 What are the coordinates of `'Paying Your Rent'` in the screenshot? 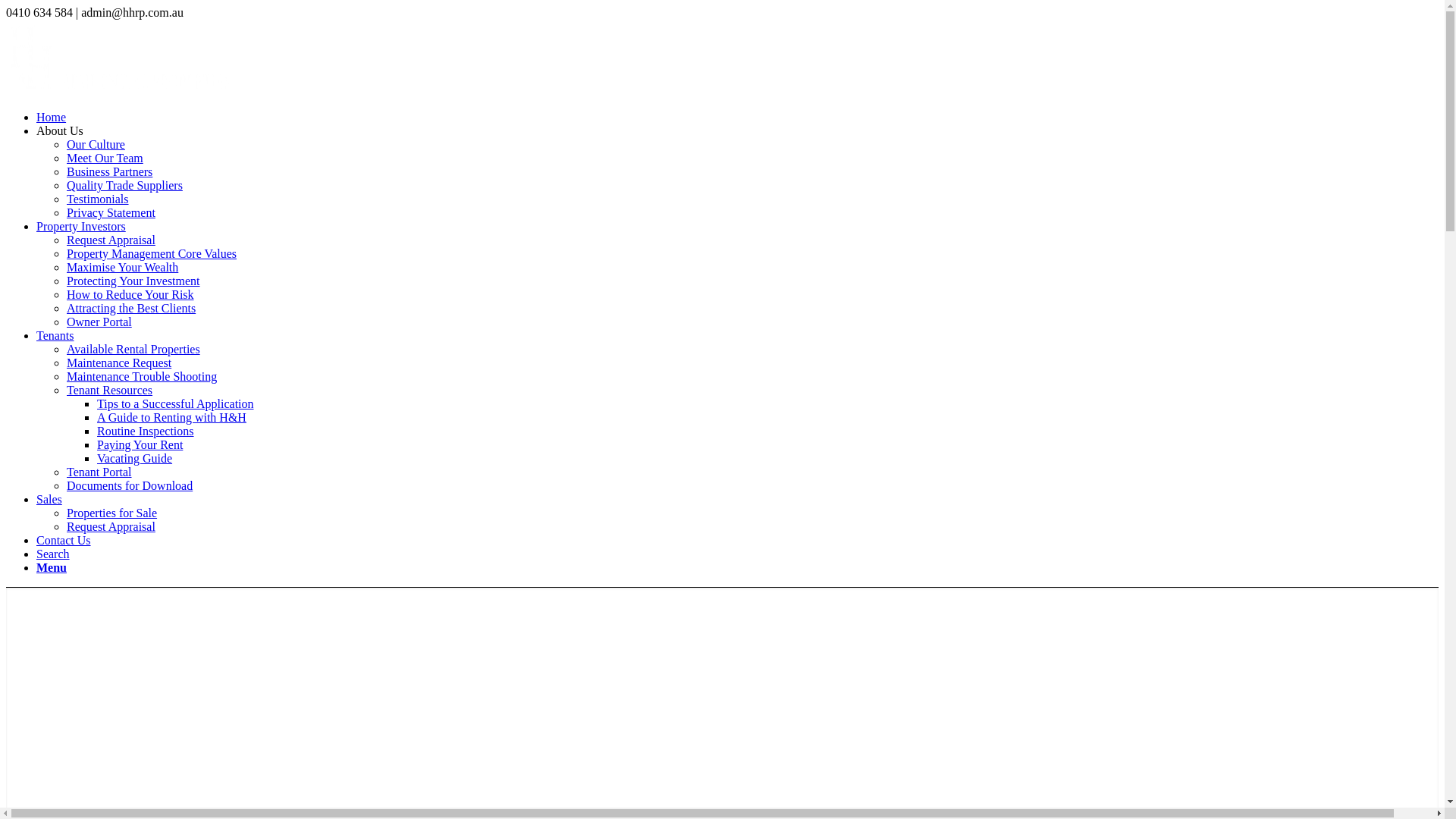 It's located at (140, 444).